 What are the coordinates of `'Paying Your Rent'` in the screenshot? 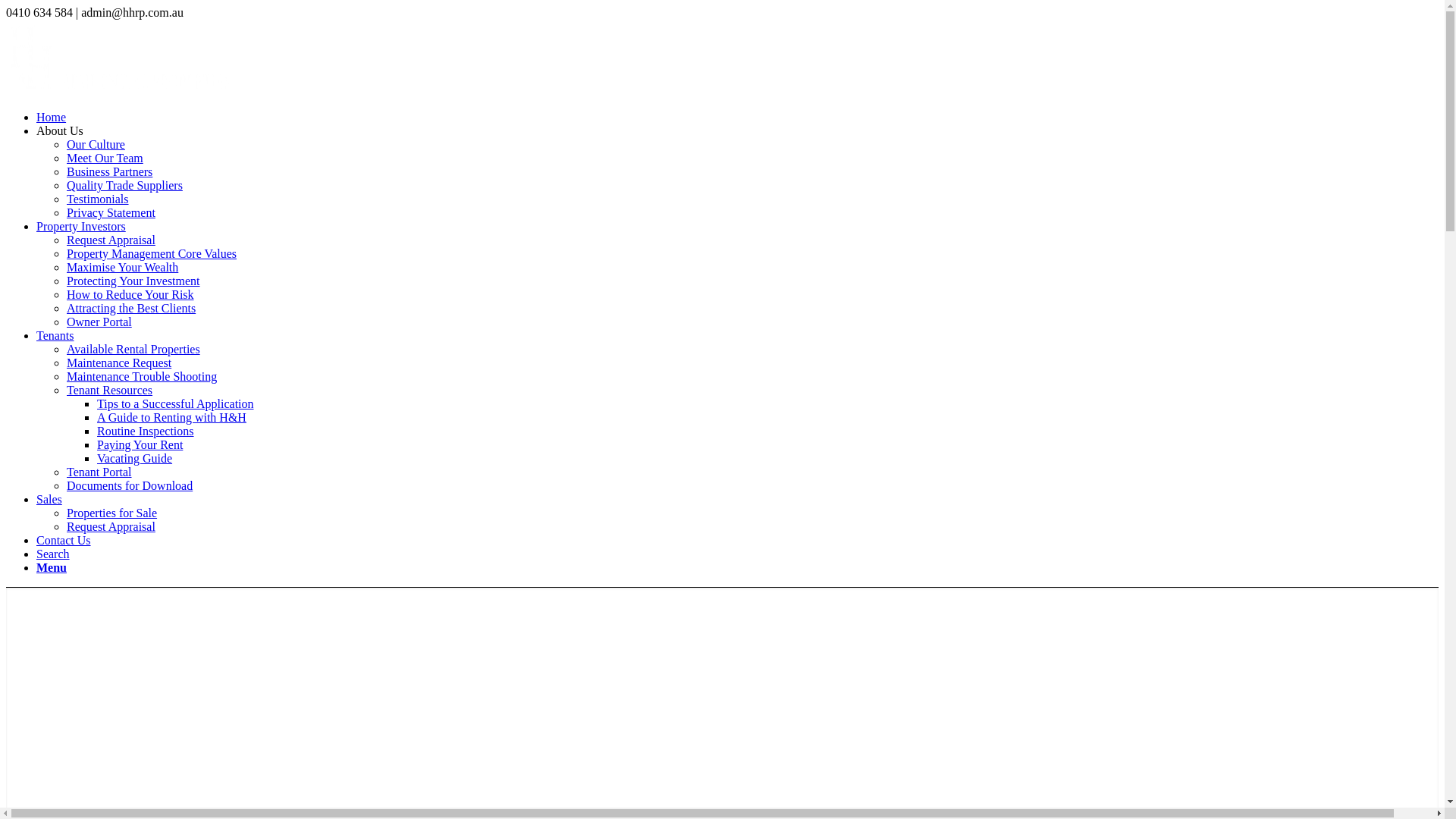 It's located at (140, 444).